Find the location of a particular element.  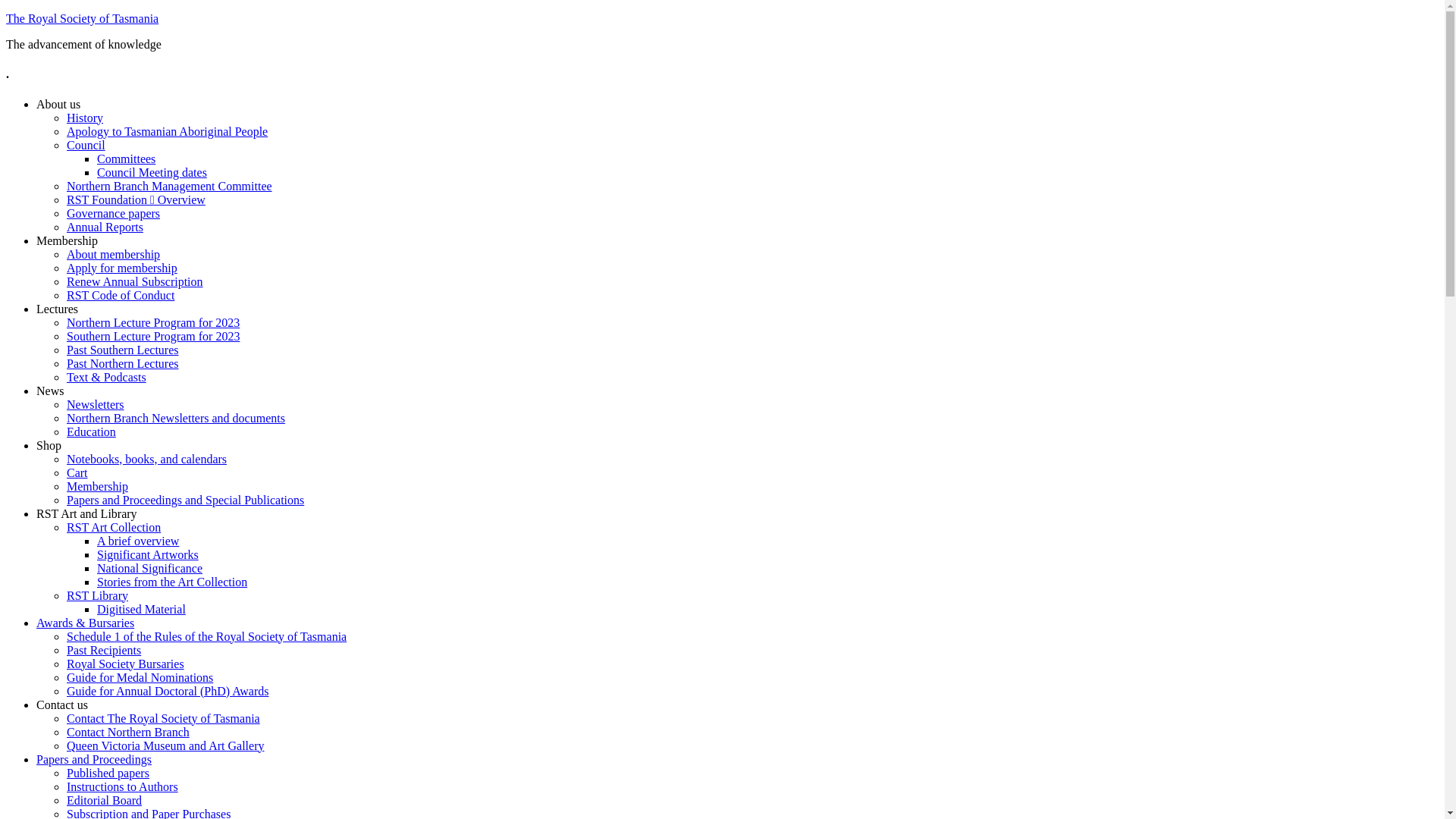

'Notebooks, books, and calendars' is located at coordinates (146, 458).